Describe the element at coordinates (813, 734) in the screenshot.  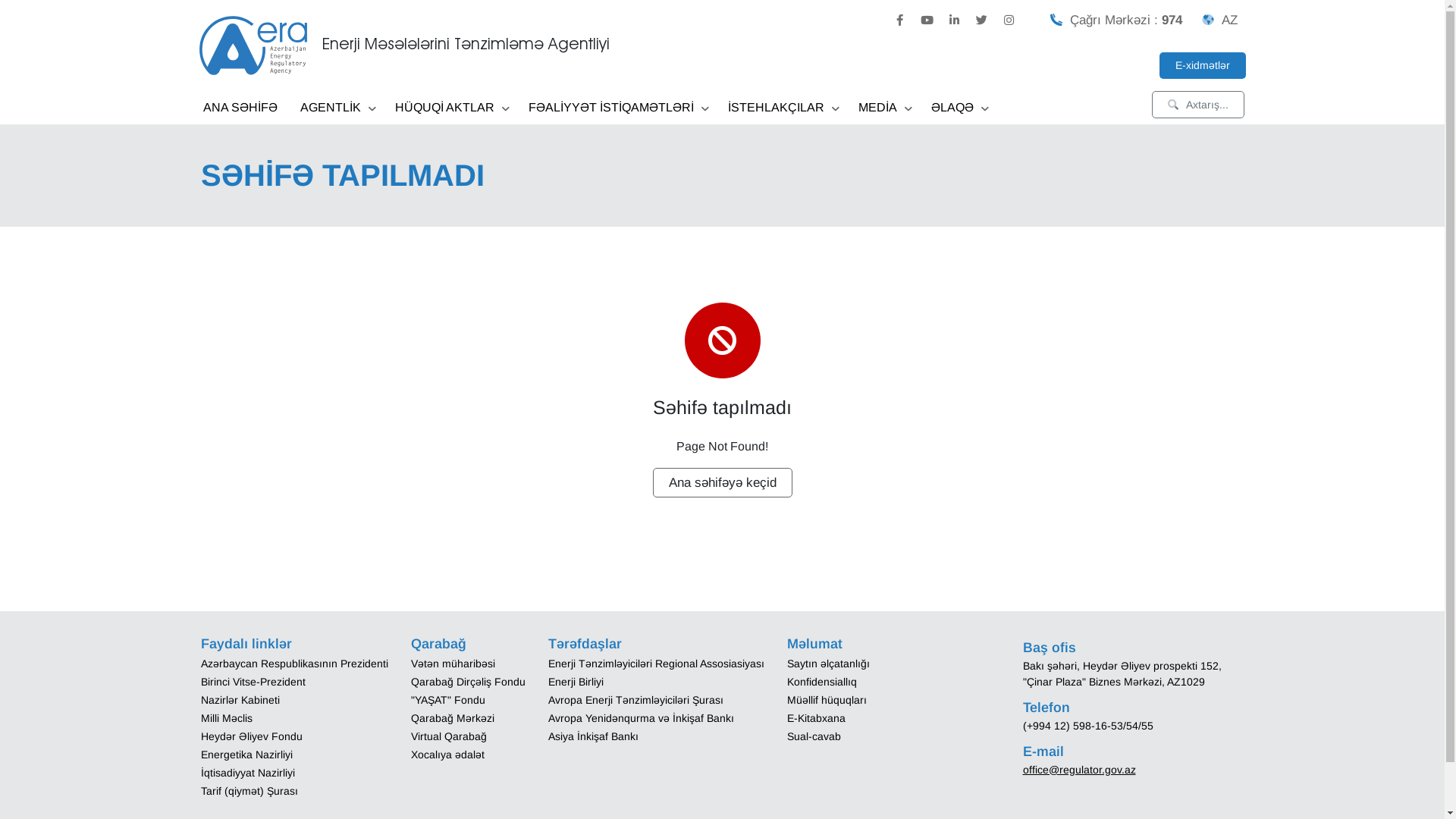
I see `'Sual-cavab'` at that location.